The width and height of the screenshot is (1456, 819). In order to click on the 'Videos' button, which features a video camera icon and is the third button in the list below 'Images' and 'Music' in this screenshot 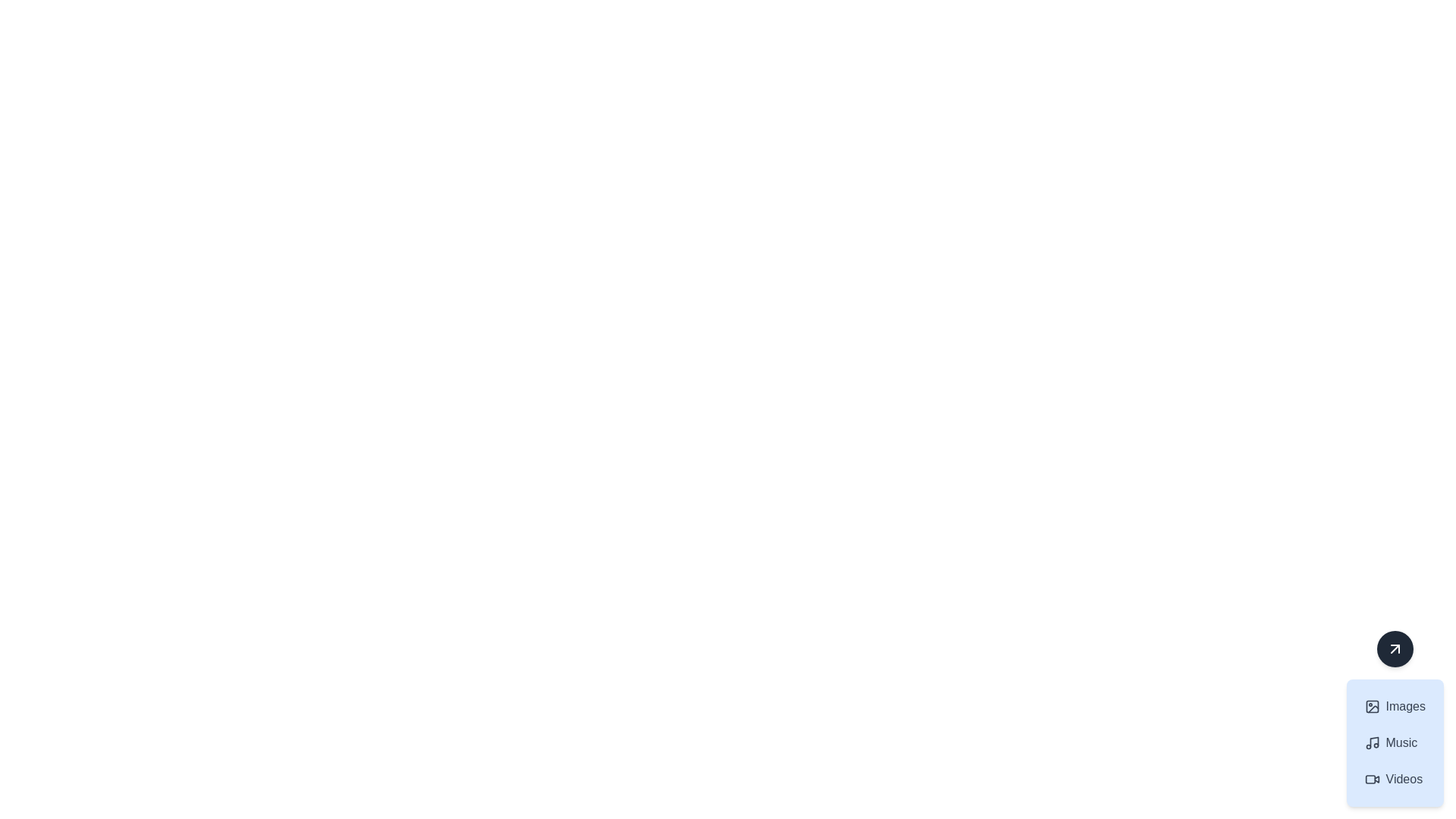, I will do `click(1395, 780)`.